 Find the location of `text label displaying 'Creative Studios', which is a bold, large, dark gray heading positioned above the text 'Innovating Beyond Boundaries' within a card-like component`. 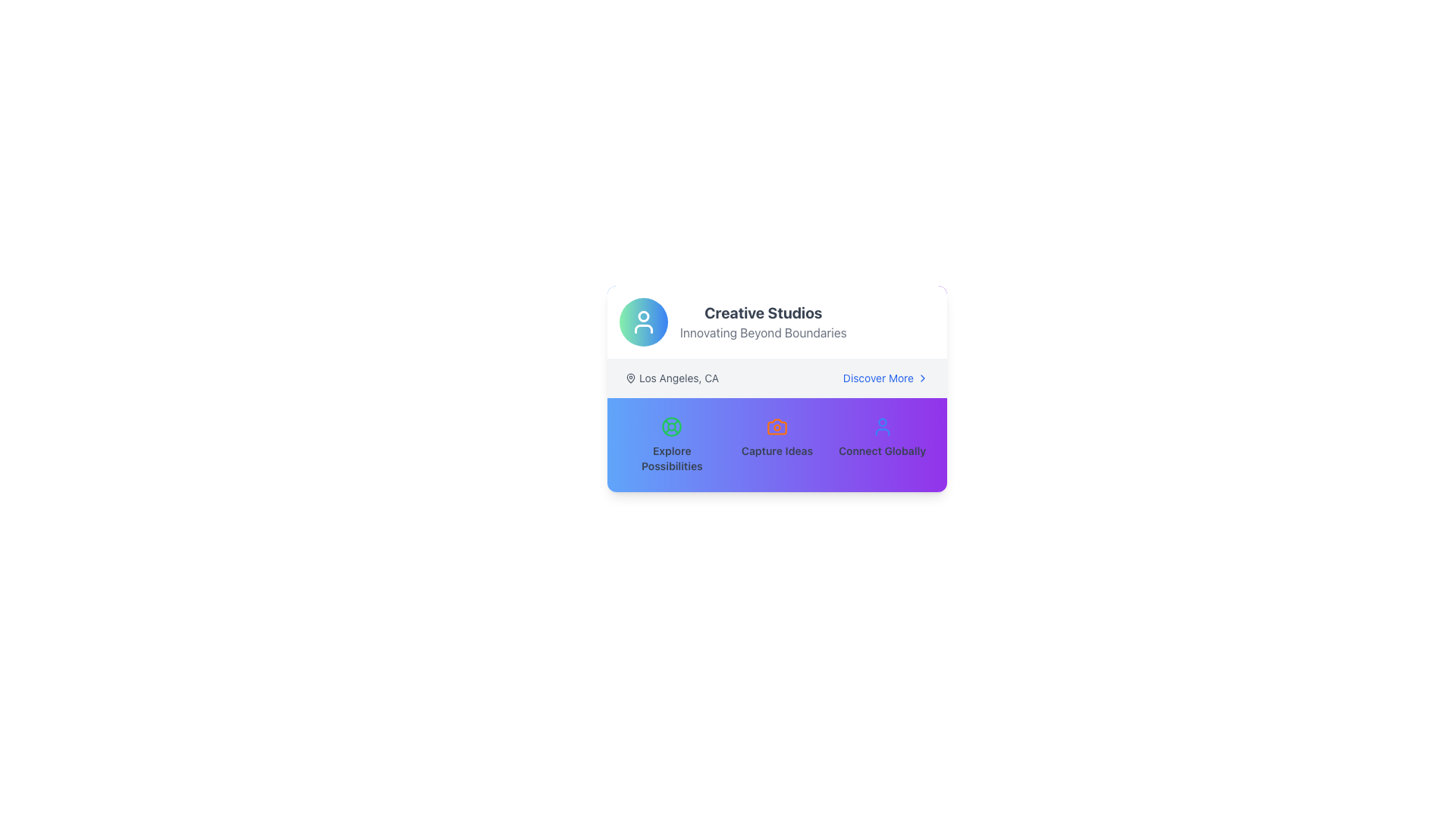

text label displaying 'Creative Studios', which is a bold, large, dark gray heading positioned above the text 'Innovating Beyond Boundaries' within a card-like component is located at coordinates (763, 312).